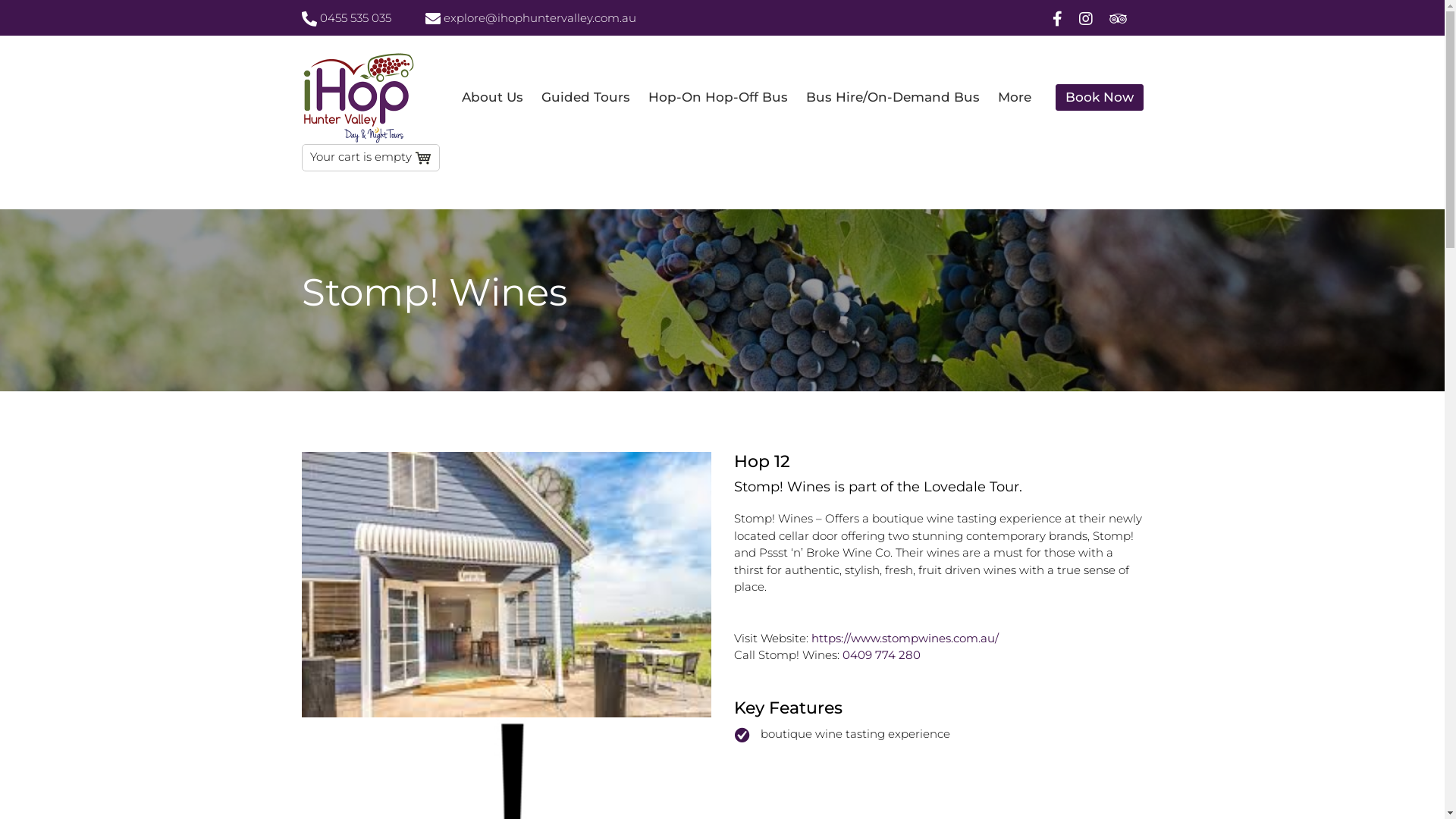  I want to click on '0455 535 035', so click(302, 18).